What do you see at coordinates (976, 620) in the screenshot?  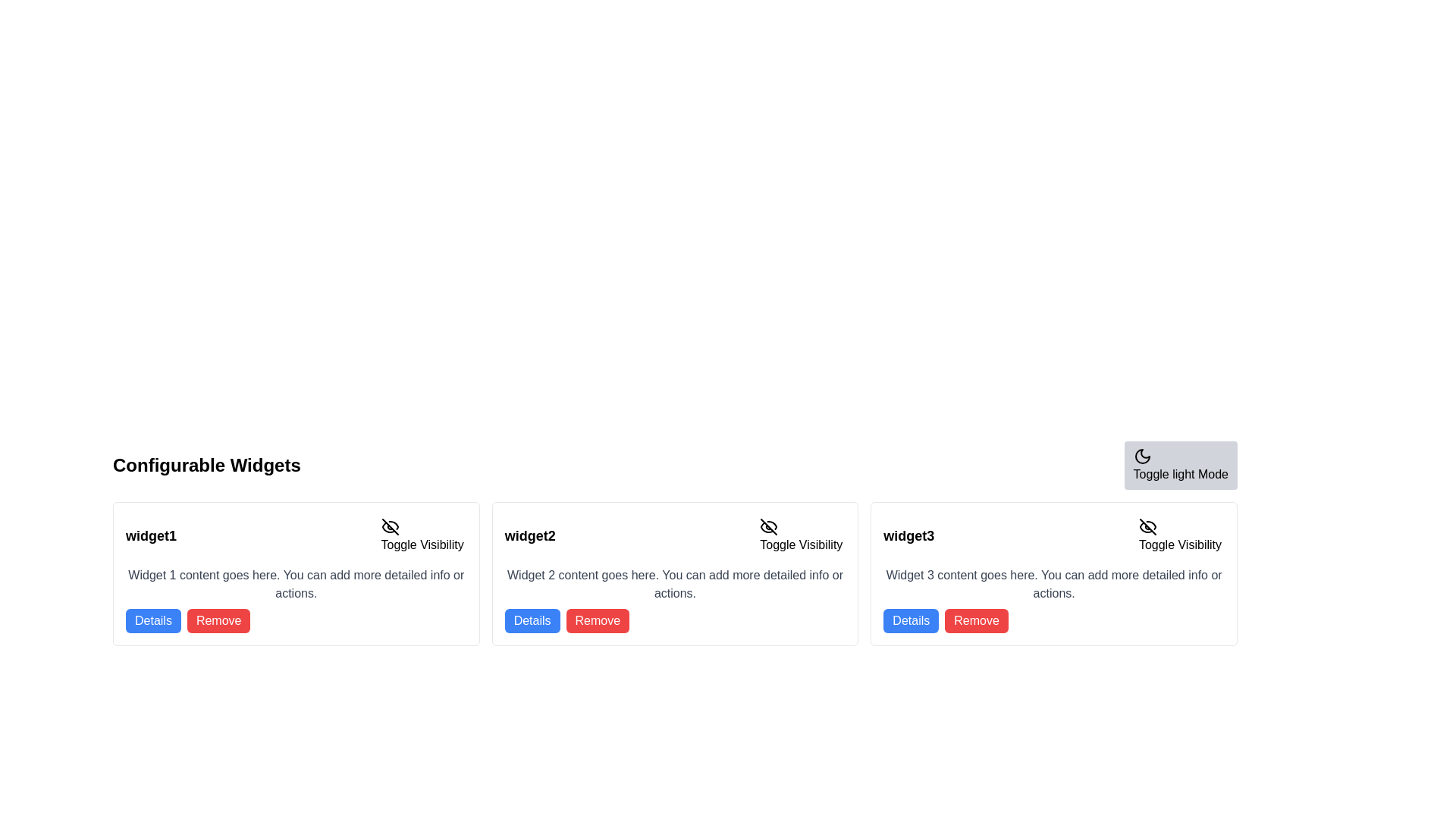 I see `the 'Remove' button located to the right of the 'Details' button in the bottom-right side of the widget box` at bounding box center [976, 620].